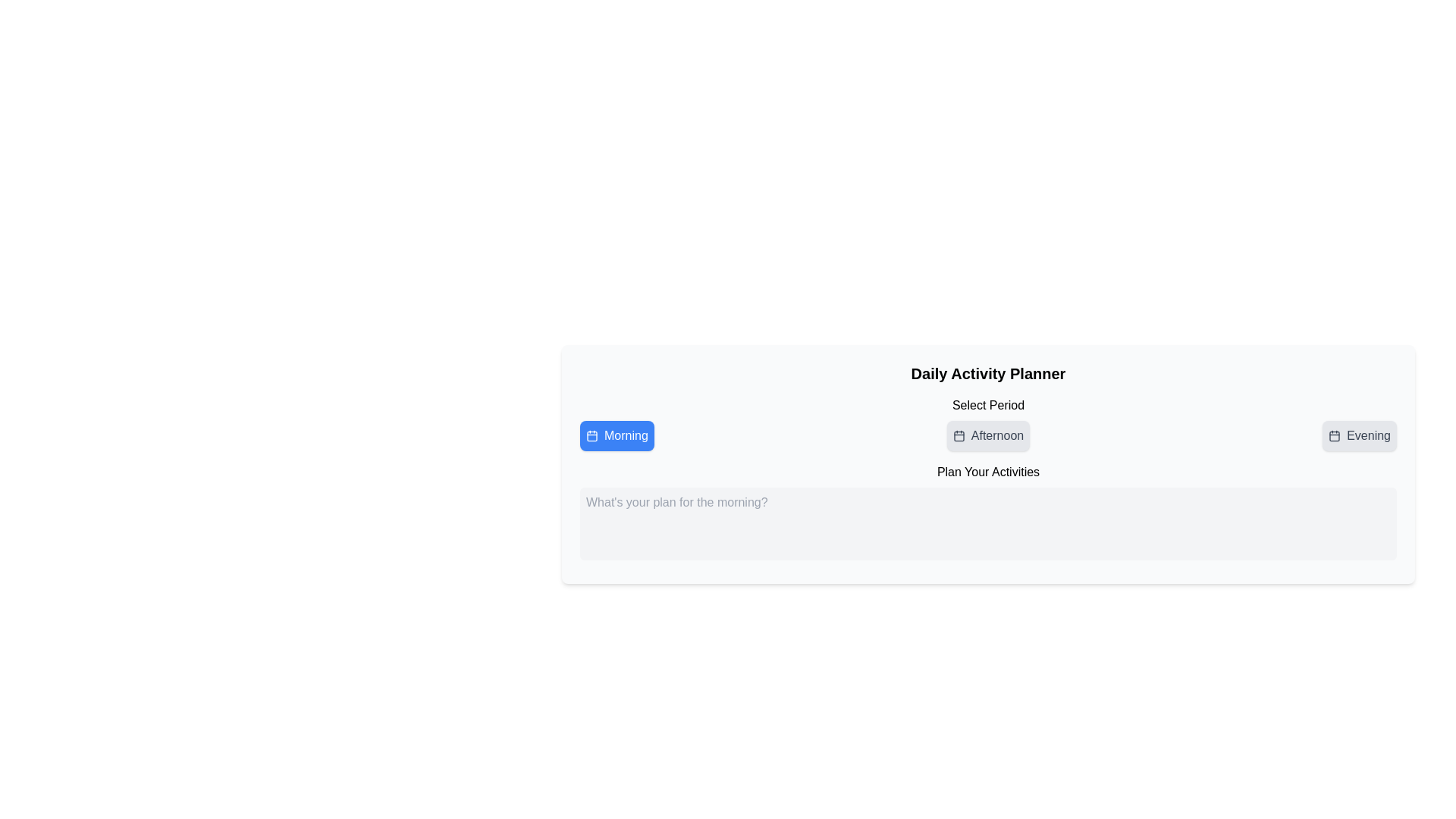 Image resolution: width=1456 pixels, height=819 pixels. I want to click on the calendar icon embedded within the blue 'Morning' button, so click(591, 435).